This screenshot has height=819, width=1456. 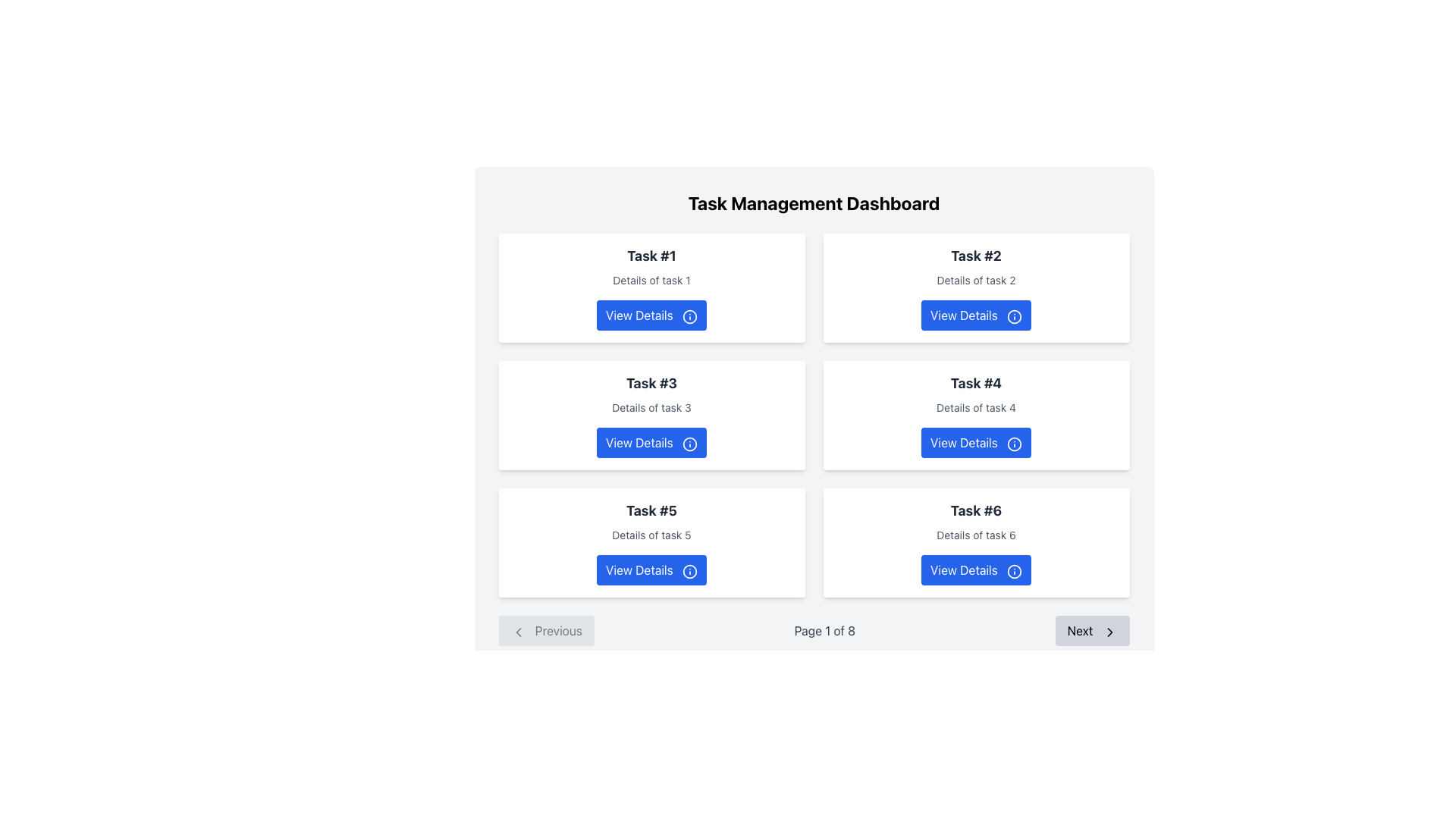 What do you see at coordinates (689, 444) in the screenshot?
I see `the circular information icon containing a question mark located to the right of the 'View Details' text in the third task card's button` at bounding box center [689, 444].